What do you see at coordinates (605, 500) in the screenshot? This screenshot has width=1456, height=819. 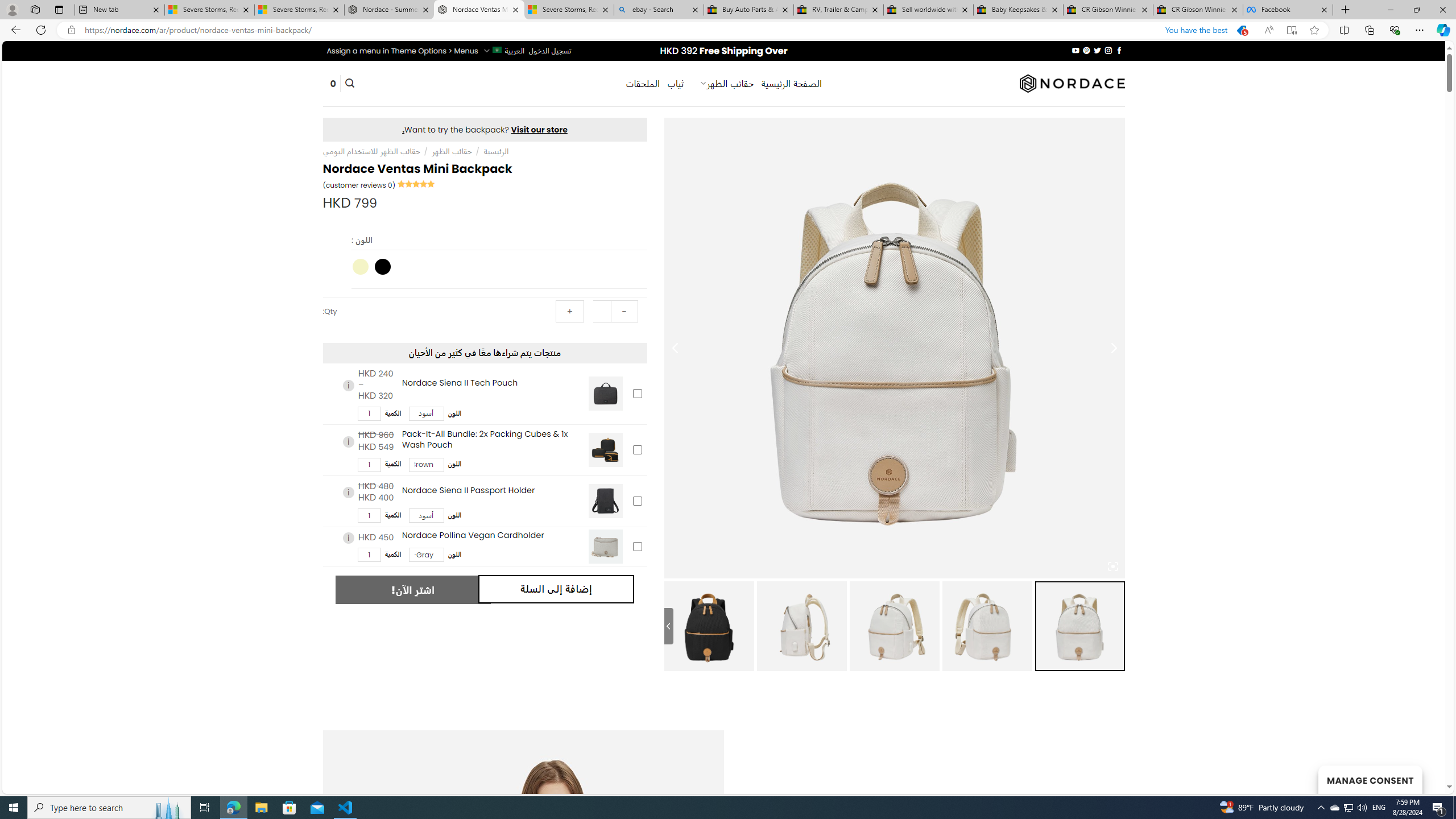 I see `'Nordace Siena II Passport Holder'` at bounding box center [605, 500].